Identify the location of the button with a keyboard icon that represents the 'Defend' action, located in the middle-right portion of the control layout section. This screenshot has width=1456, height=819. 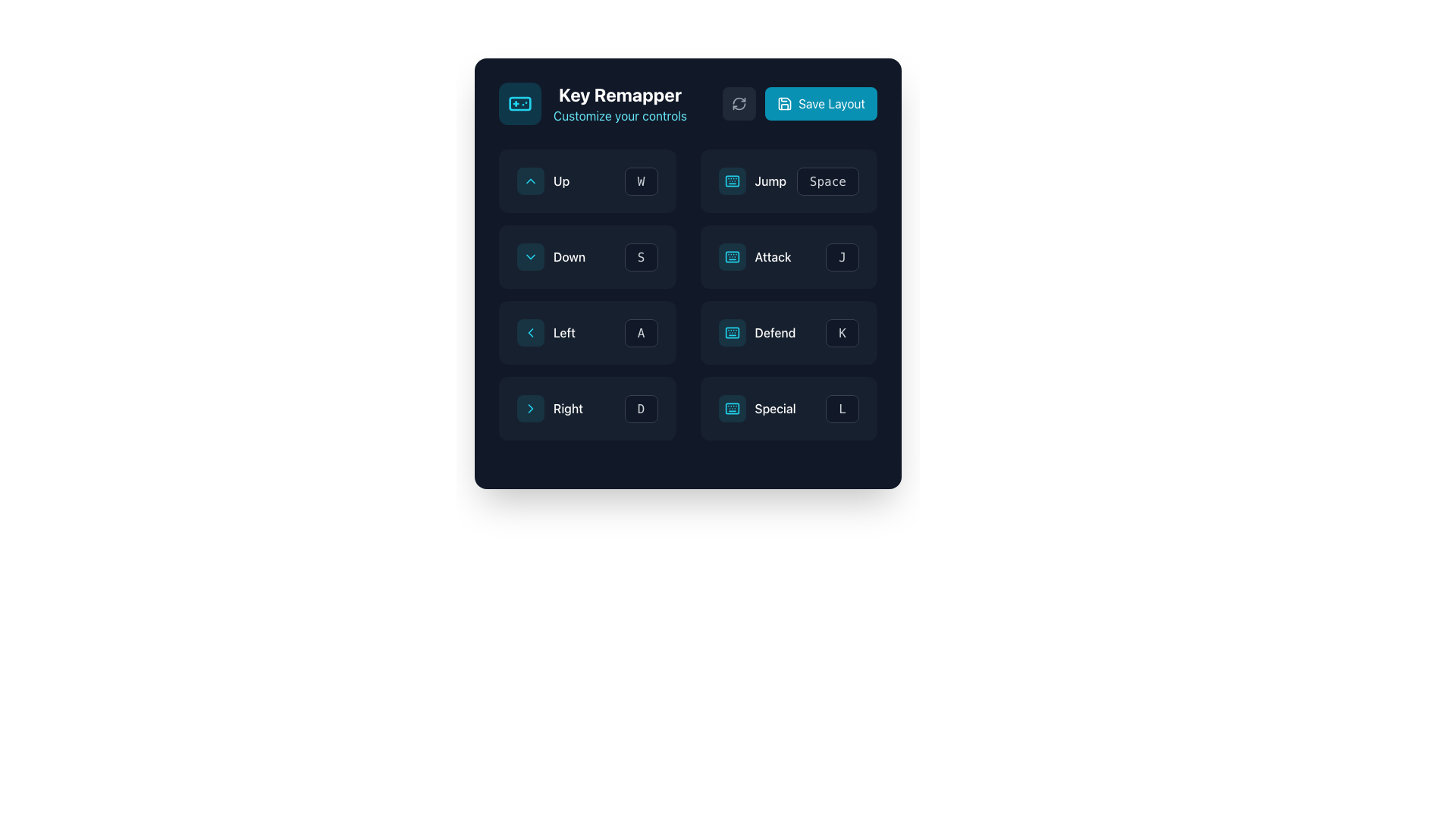
(732, 332).